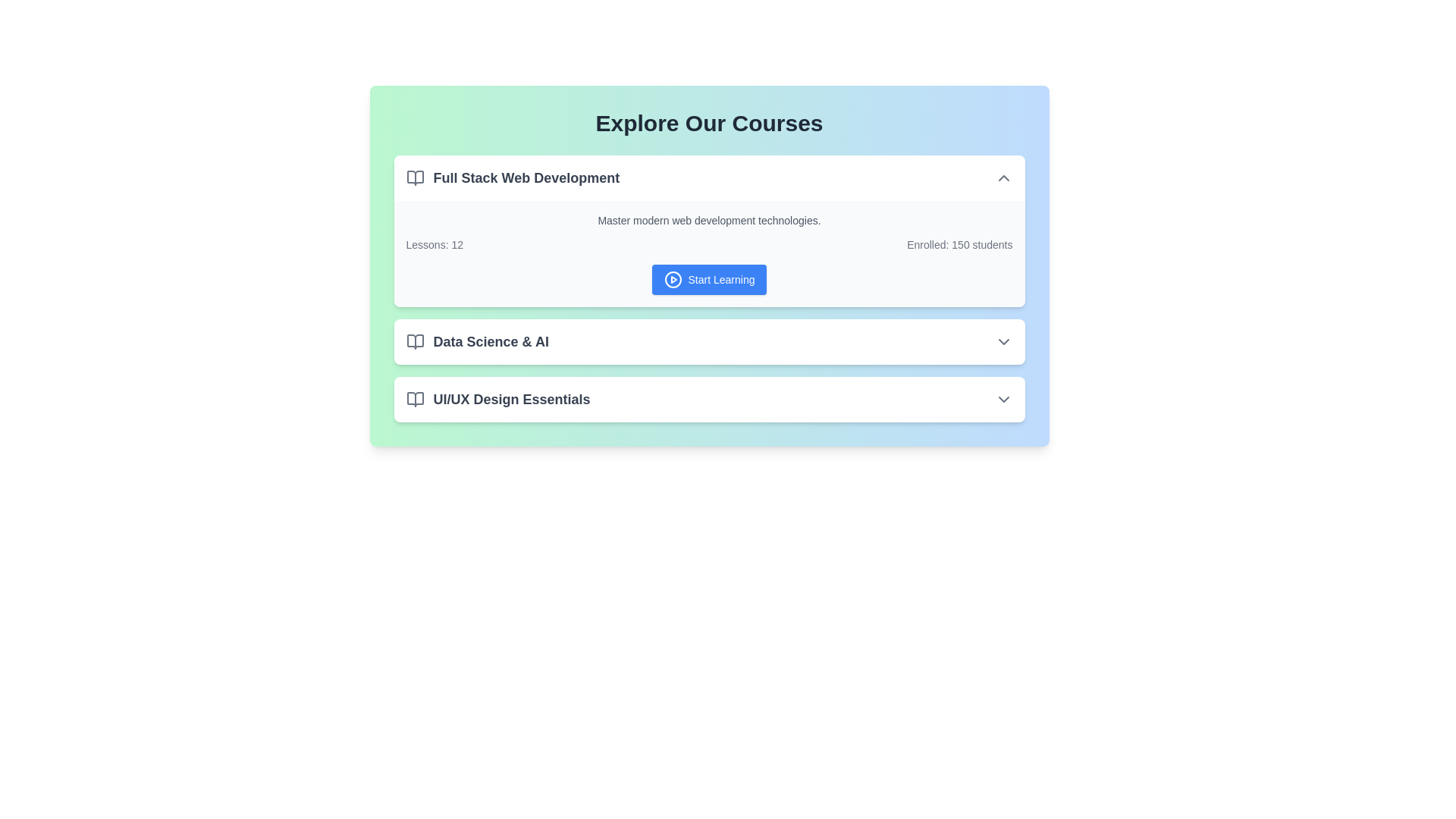 Image resolution: width=1456 pixels, height=819 pixels. What do you see at coordinates (1003, 177) in the screenshot?
I see `the upward-pointing chevron arrow icon, which is styled in gray and positioned at the far right end of the section displaying 'Full Stack Web Development'` at bounding box center [1003, 177].